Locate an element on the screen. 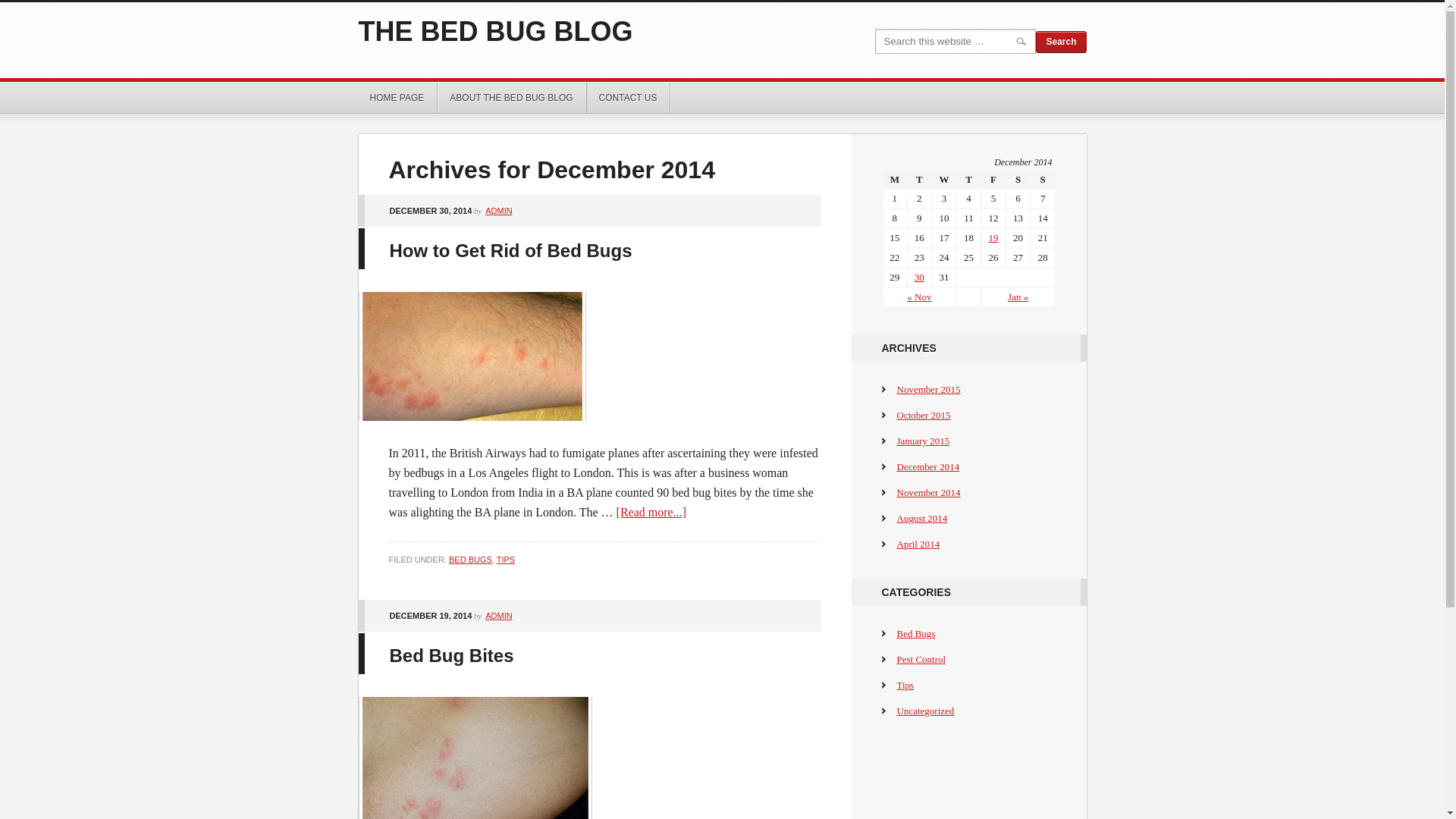 The height and width of the screenshot is (819, 1456). '19' is located at coordinates (993, 237).